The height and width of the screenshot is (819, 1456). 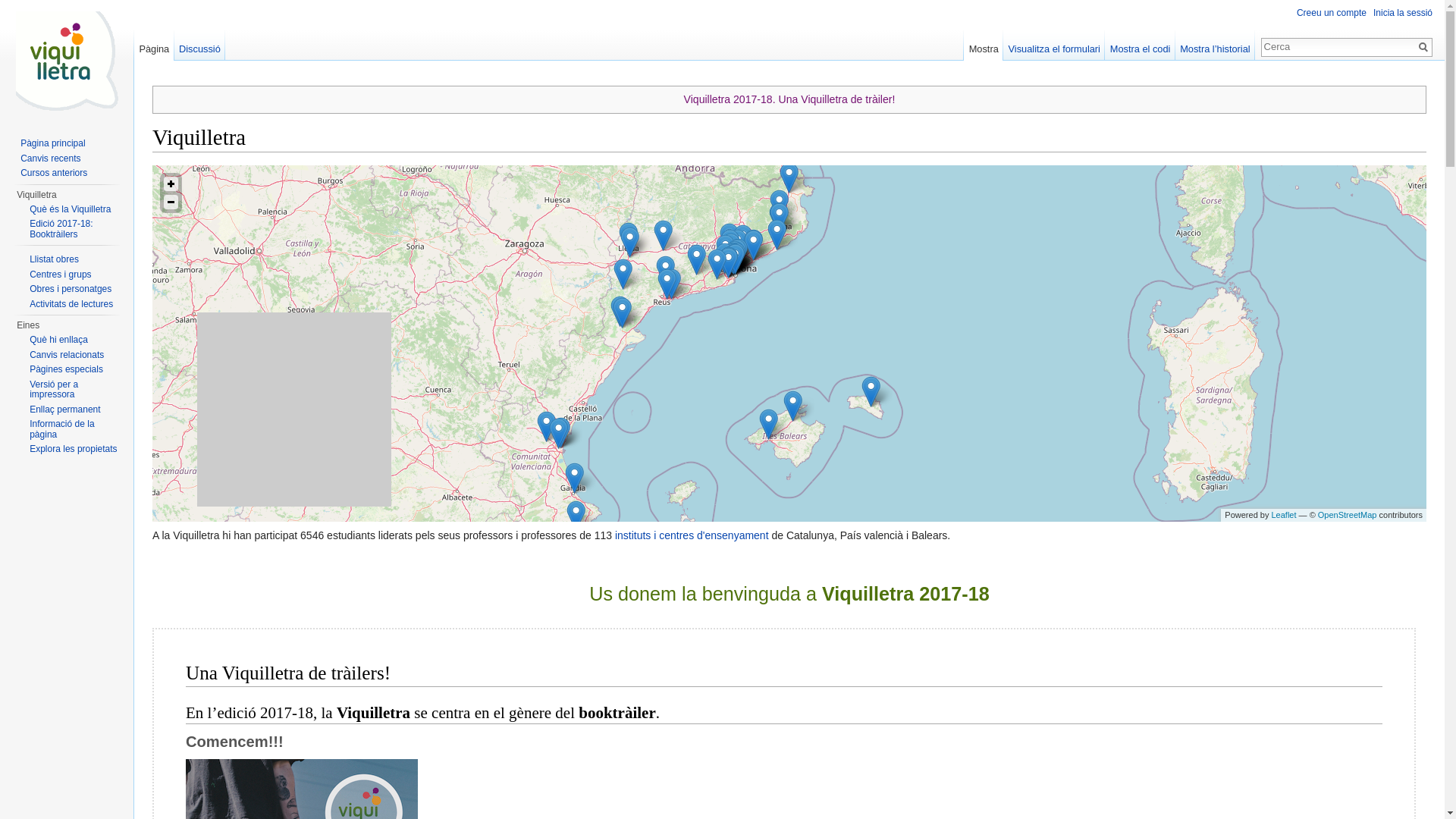 I want to click on 'Doctor Puigvert', so click(x=736, y=253).